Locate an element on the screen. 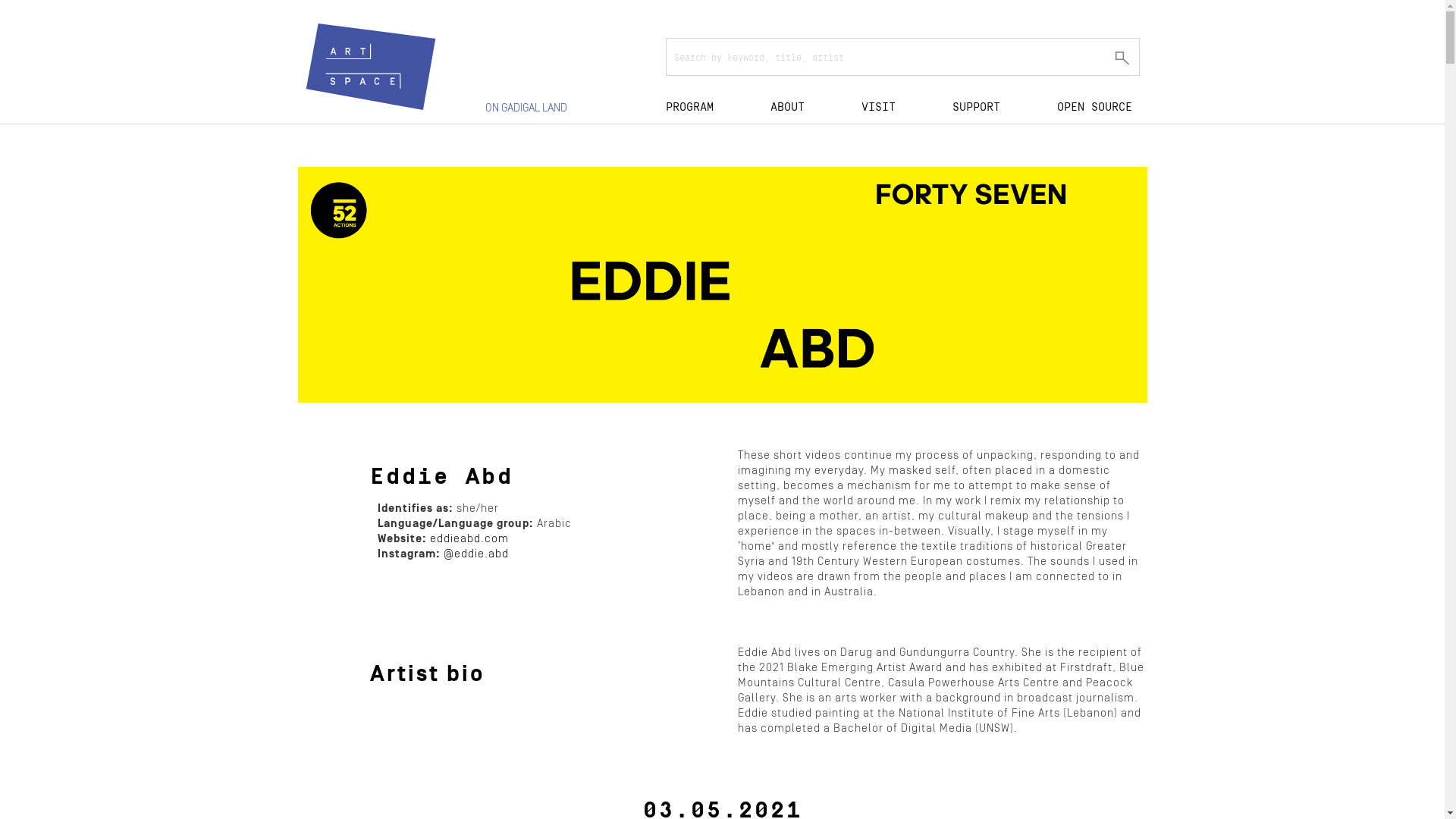 The width and height of the screenshot is (1456, 819). '@eddie.abd' is located at coordinates (475, 554).